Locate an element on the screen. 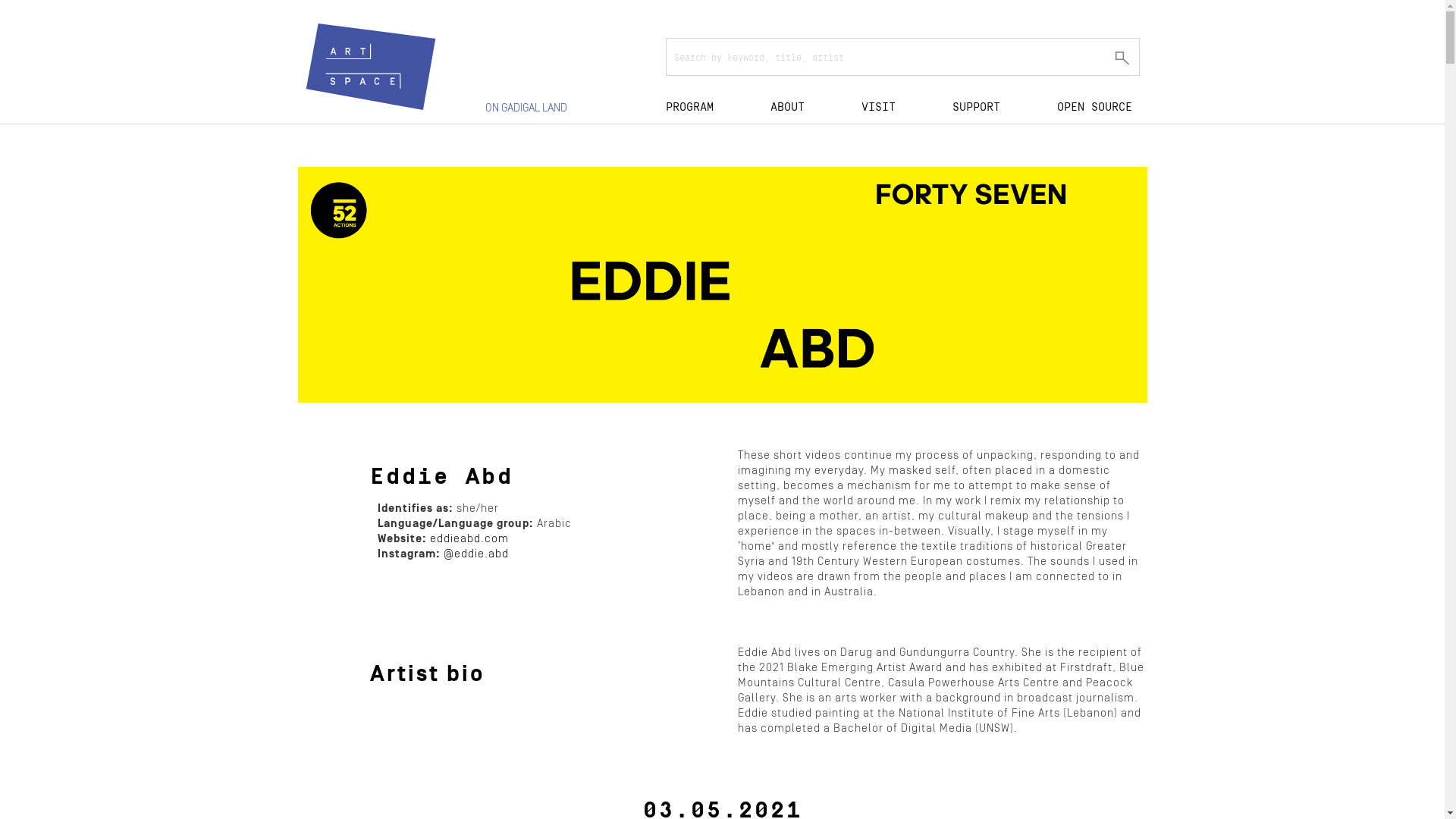 The width and height of the screenshot is (1456, 819). '@eddie.abd' is located at coordinates (475, 554).